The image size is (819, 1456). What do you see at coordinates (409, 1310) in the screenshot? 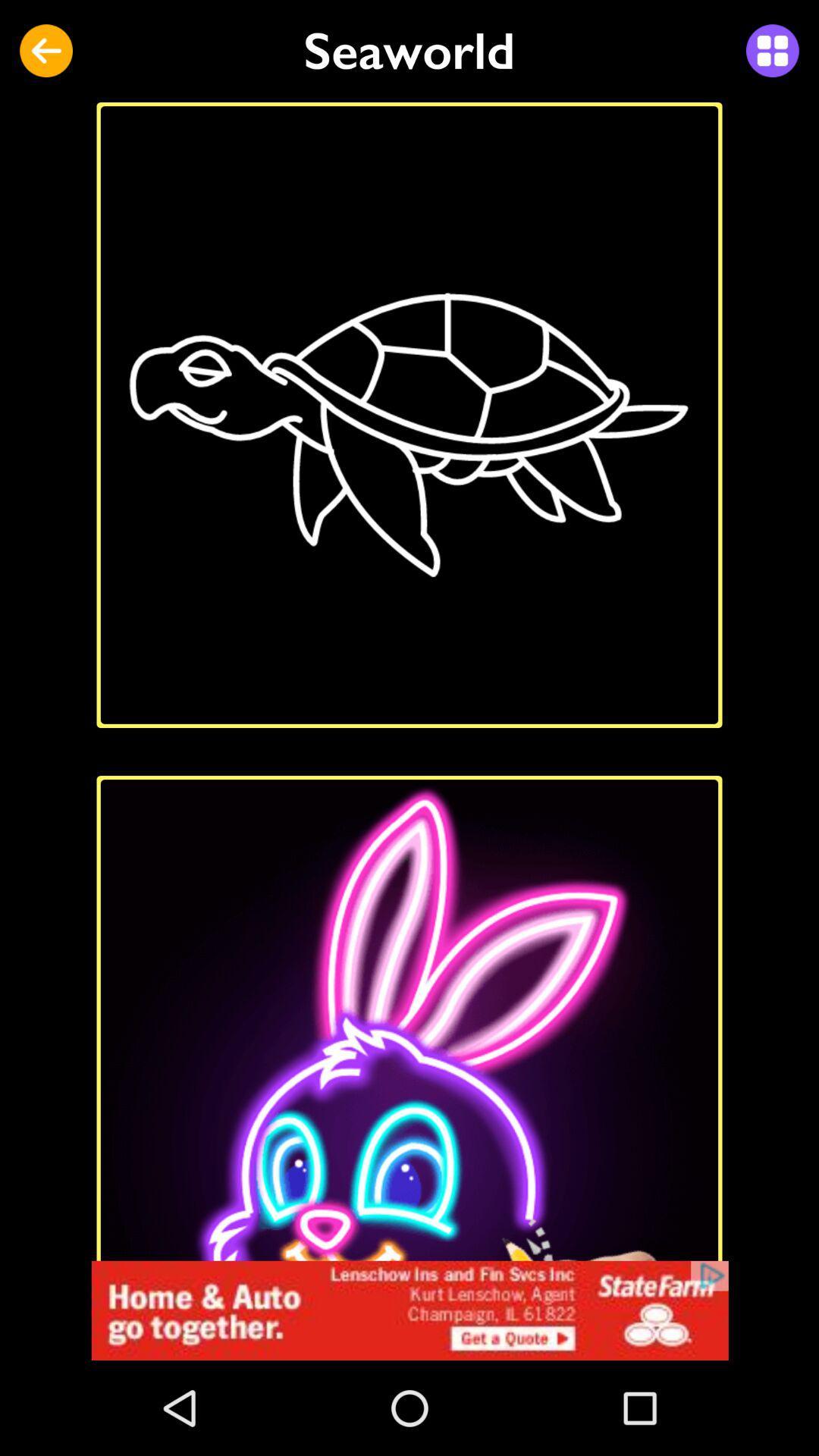
I see `advertisement bar` at bounding box center [409, 1310].